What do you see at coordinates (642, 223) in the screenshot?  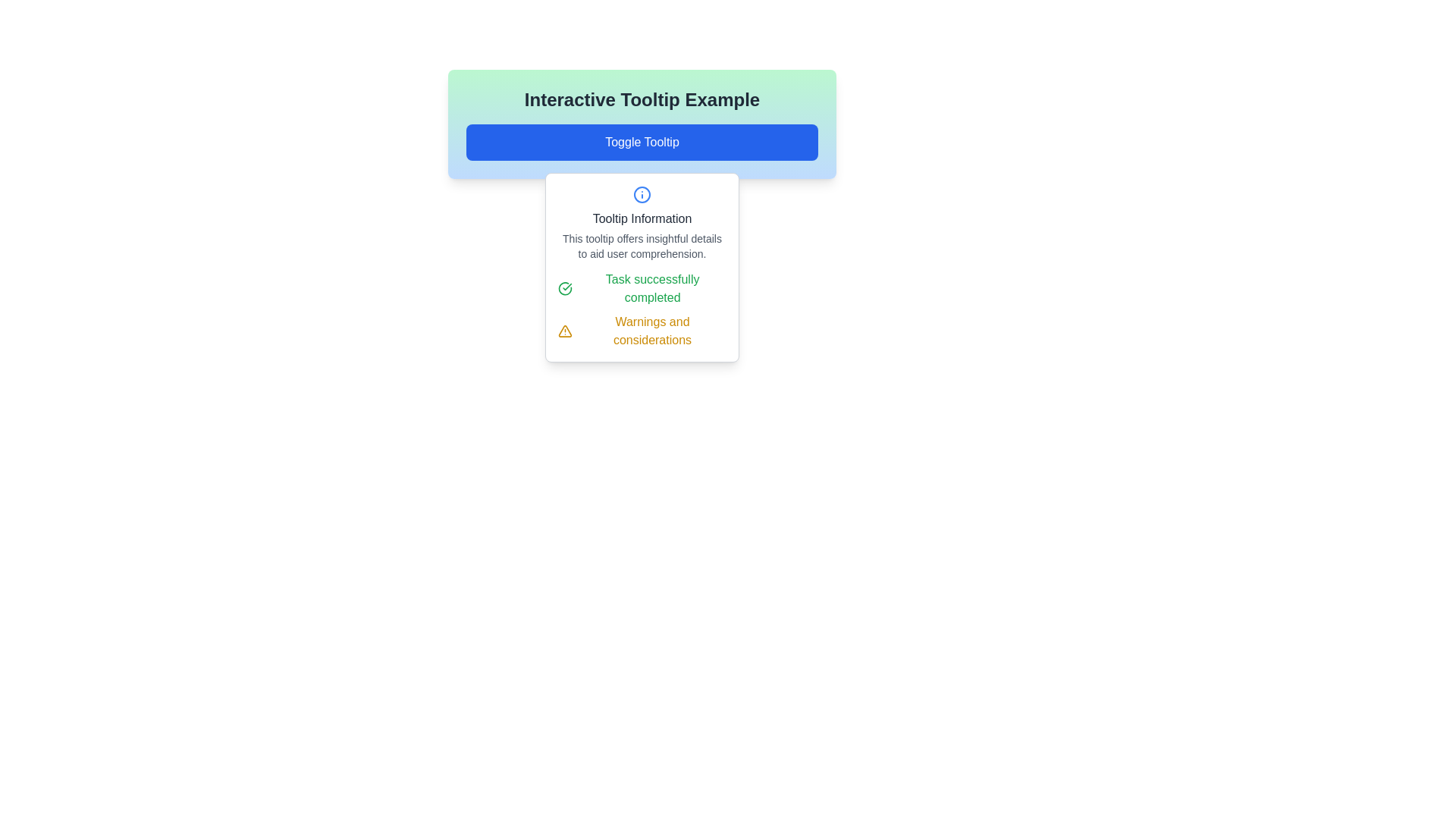 I see `text content of the informational tooltip section, which is centrally located below the blue 'Toggle Tooltip' button and above the 'Task successfully completed' and 'Warnings and considerations' entries` at bounding box center [642, 223].